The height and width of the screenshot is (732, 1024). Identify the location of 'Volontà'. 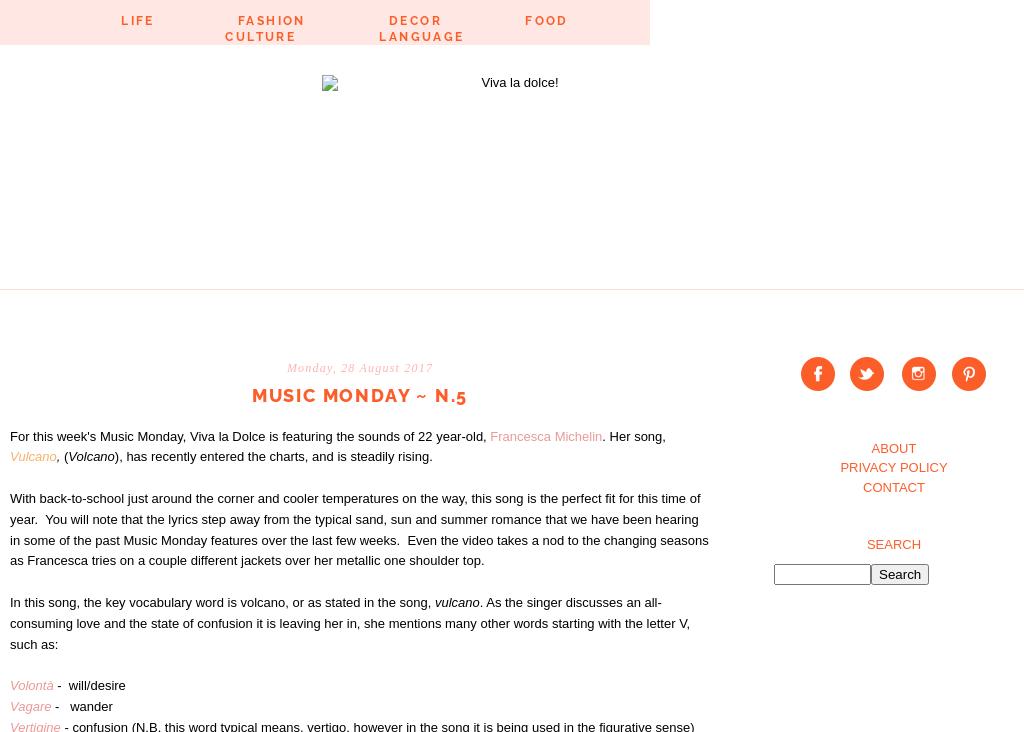
(10, 685).